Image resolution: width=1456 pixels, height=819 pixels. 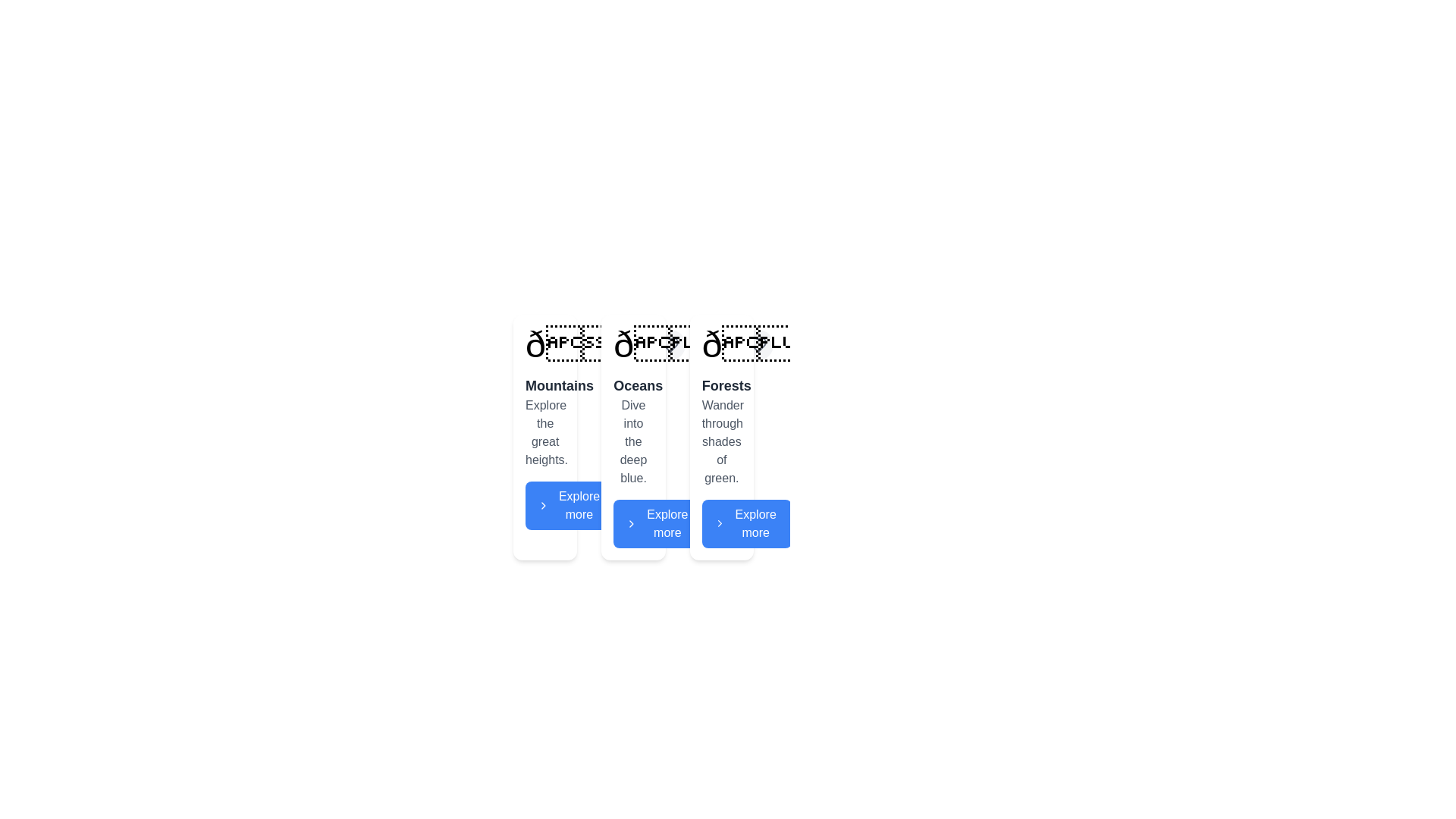 I want to click on the 'like' icon within the button component above the 'Forests' card, so click(x=758, y=345).